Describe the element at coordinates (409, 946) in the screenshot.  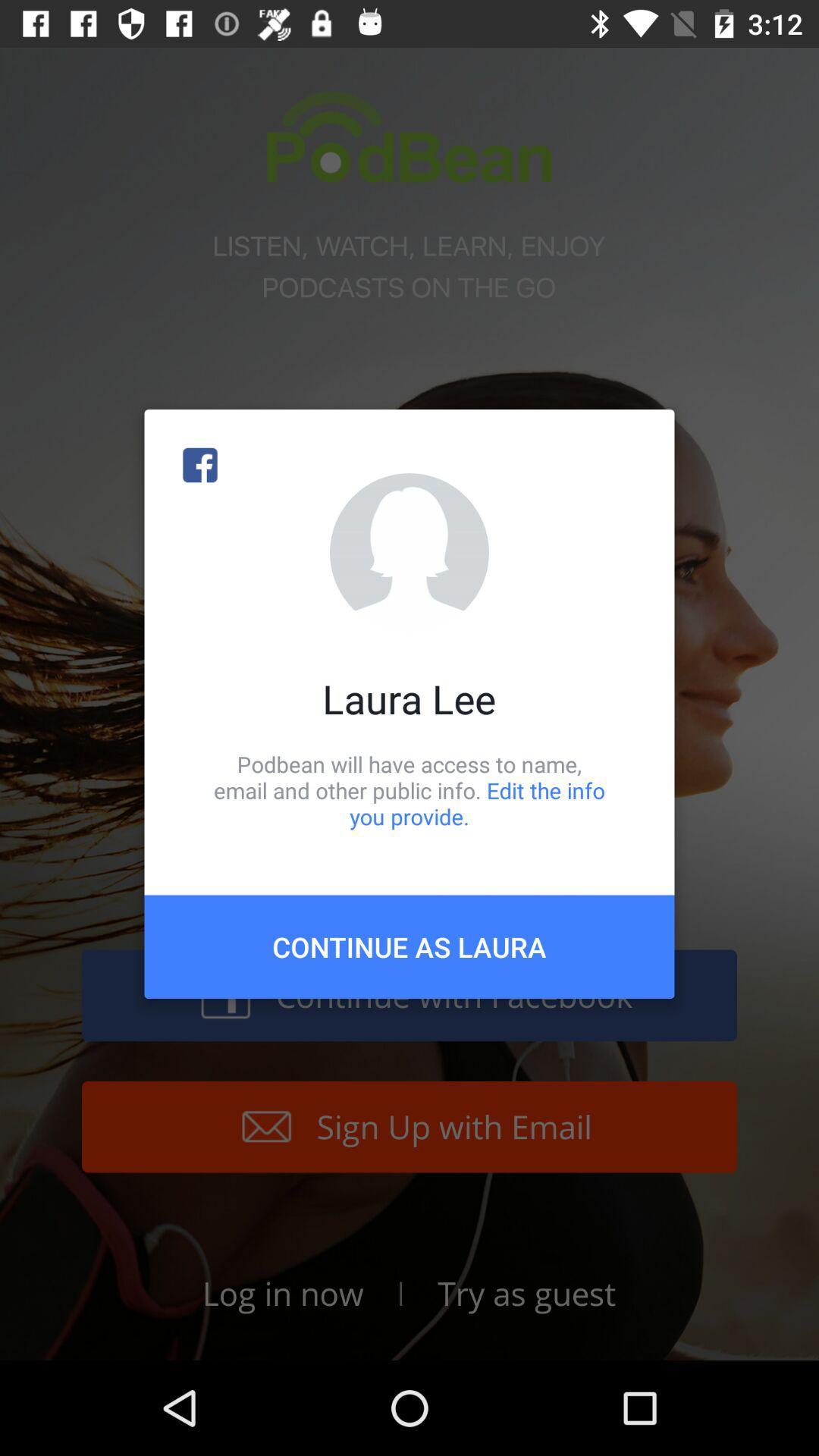
I see `the continue as laura` at that location.